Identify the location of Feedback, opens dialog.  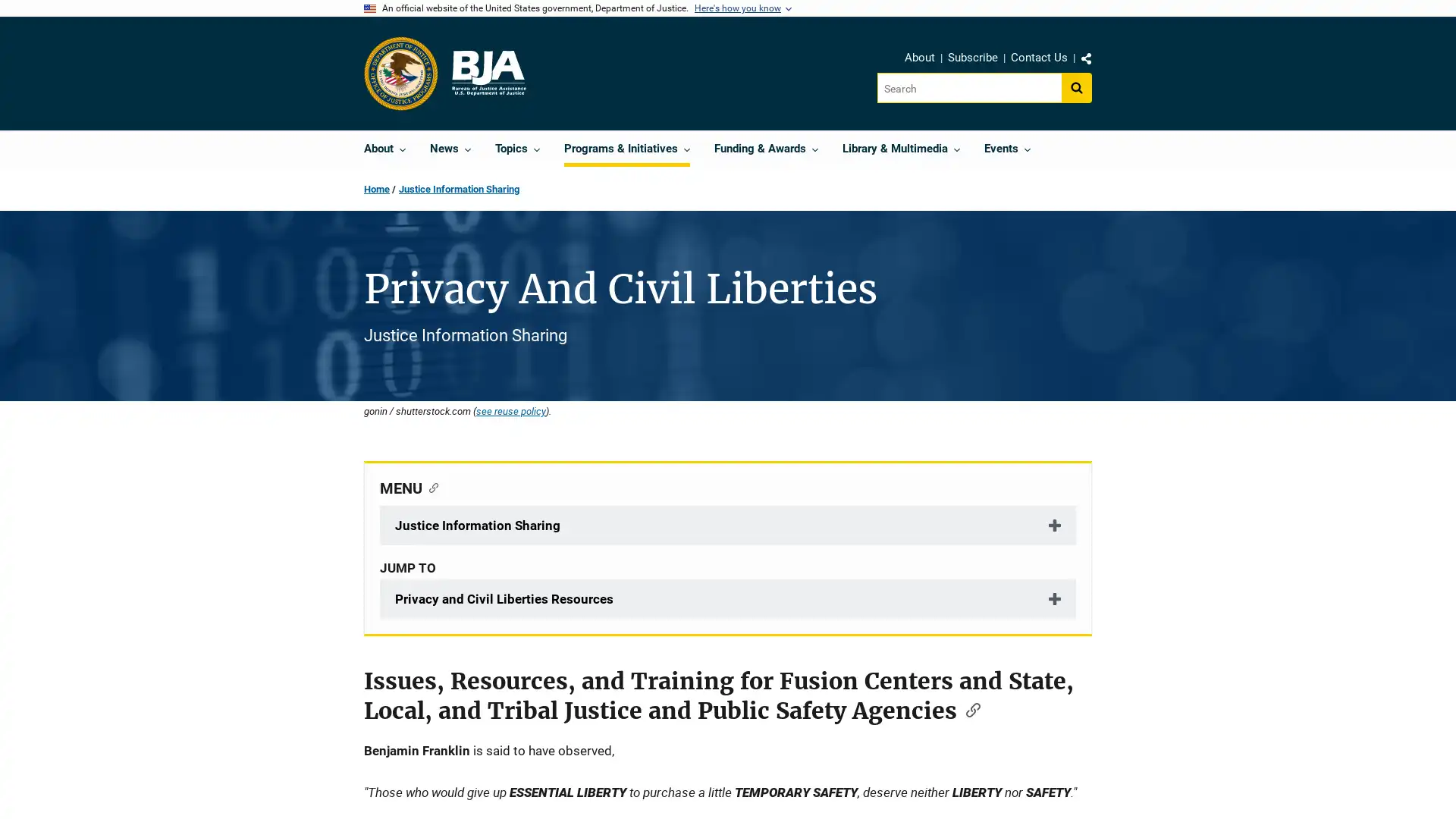
(1433, 318).